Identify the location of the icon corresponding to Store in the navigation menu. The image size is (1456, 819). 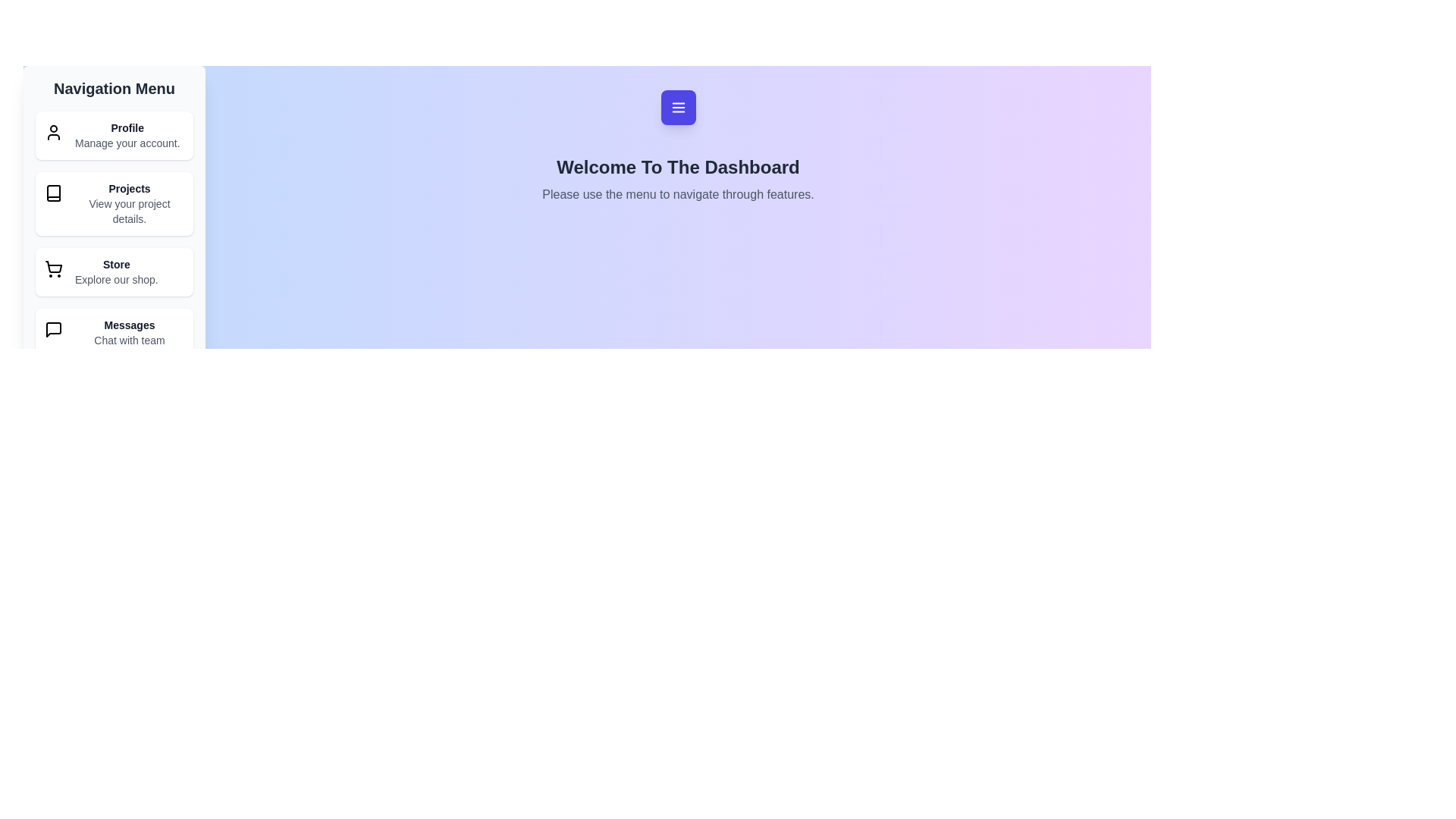
(54, 268).